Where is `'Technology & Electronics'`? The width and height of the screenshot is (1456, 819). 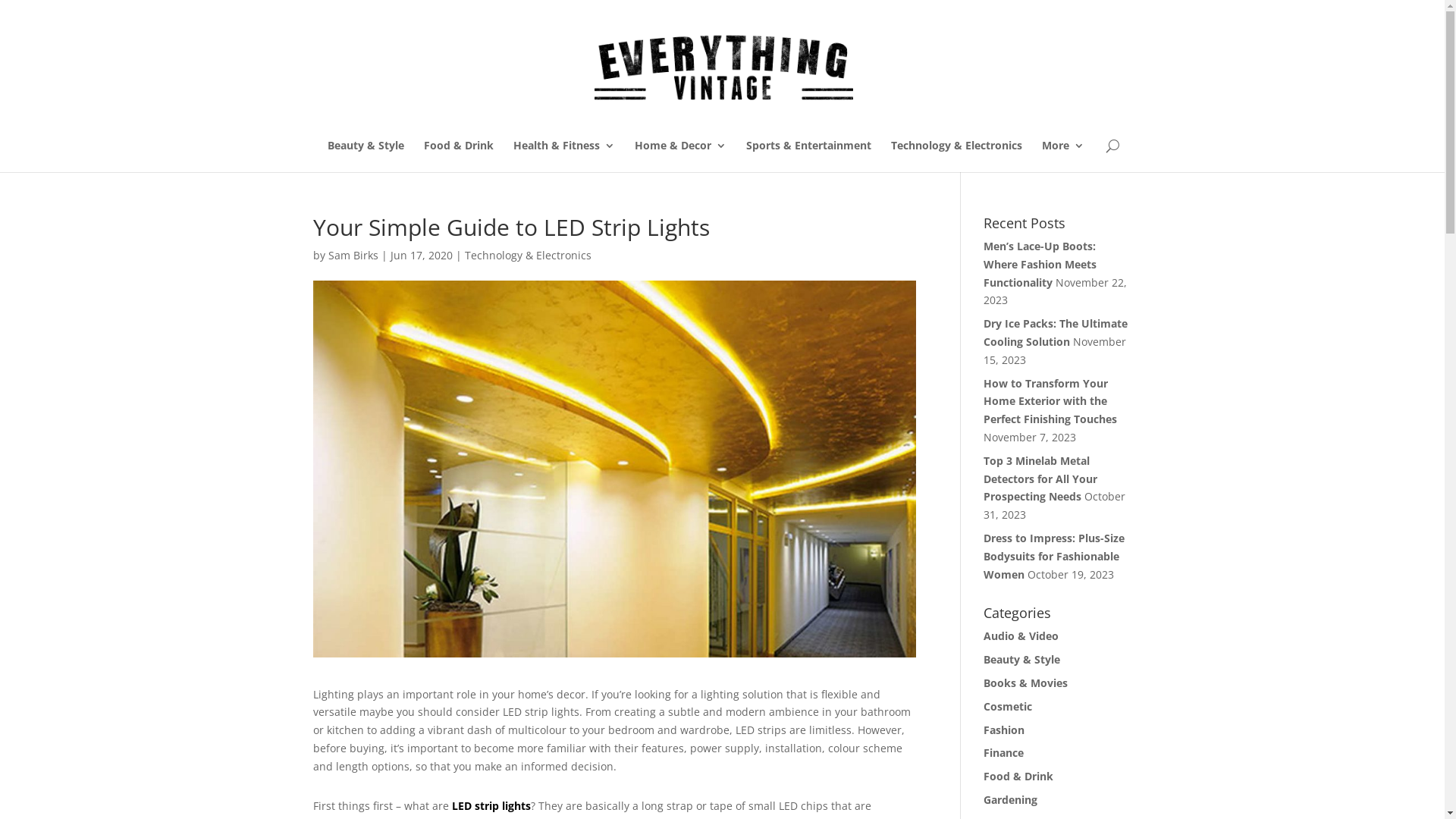
'Technology & Electronics' is located at coordinates (955, 155).